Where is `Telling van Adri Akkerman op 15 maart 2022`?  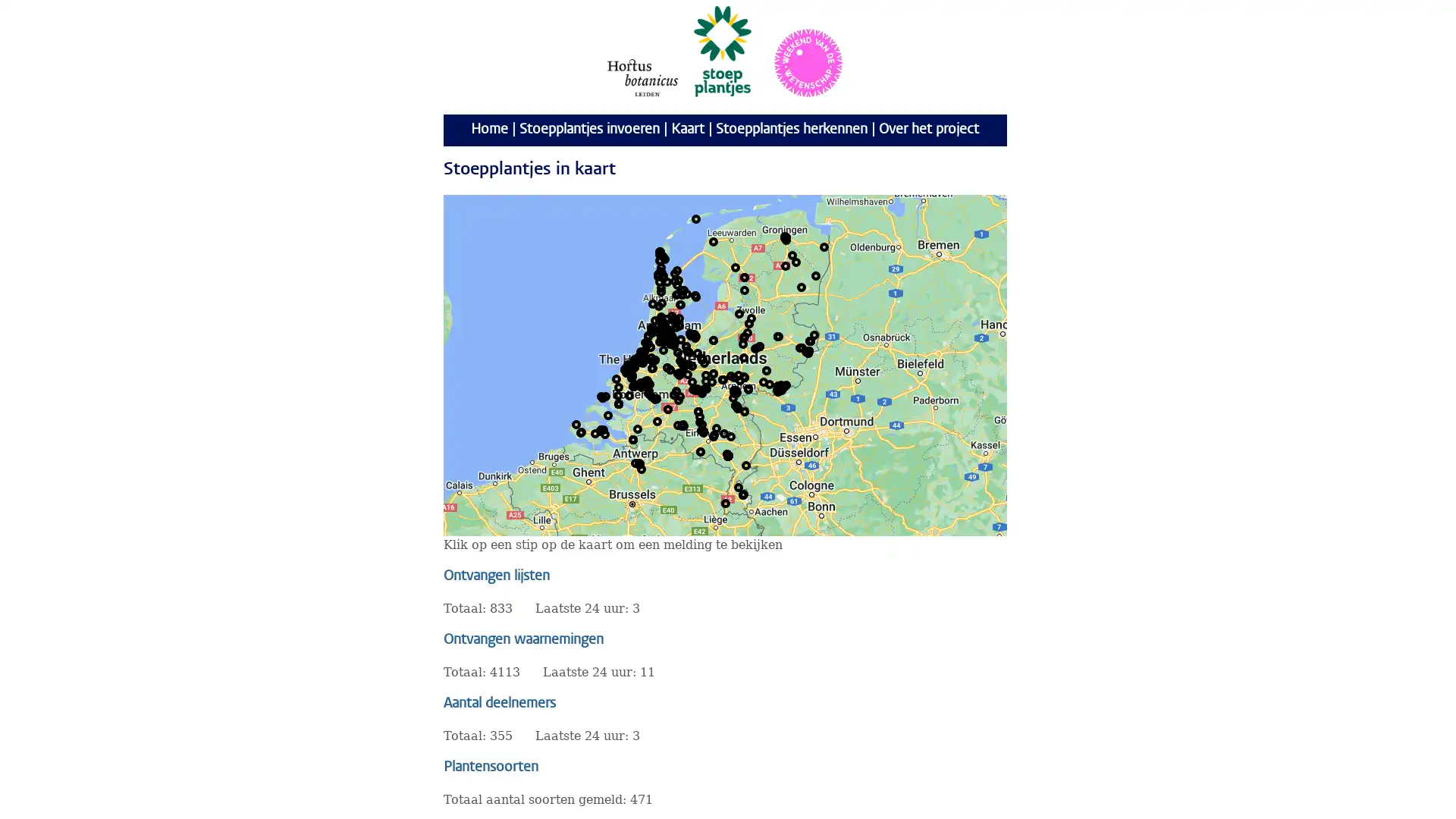 Telling van Adri Akkerman op 15 maart 2022 is located at coordinates (786, 237).